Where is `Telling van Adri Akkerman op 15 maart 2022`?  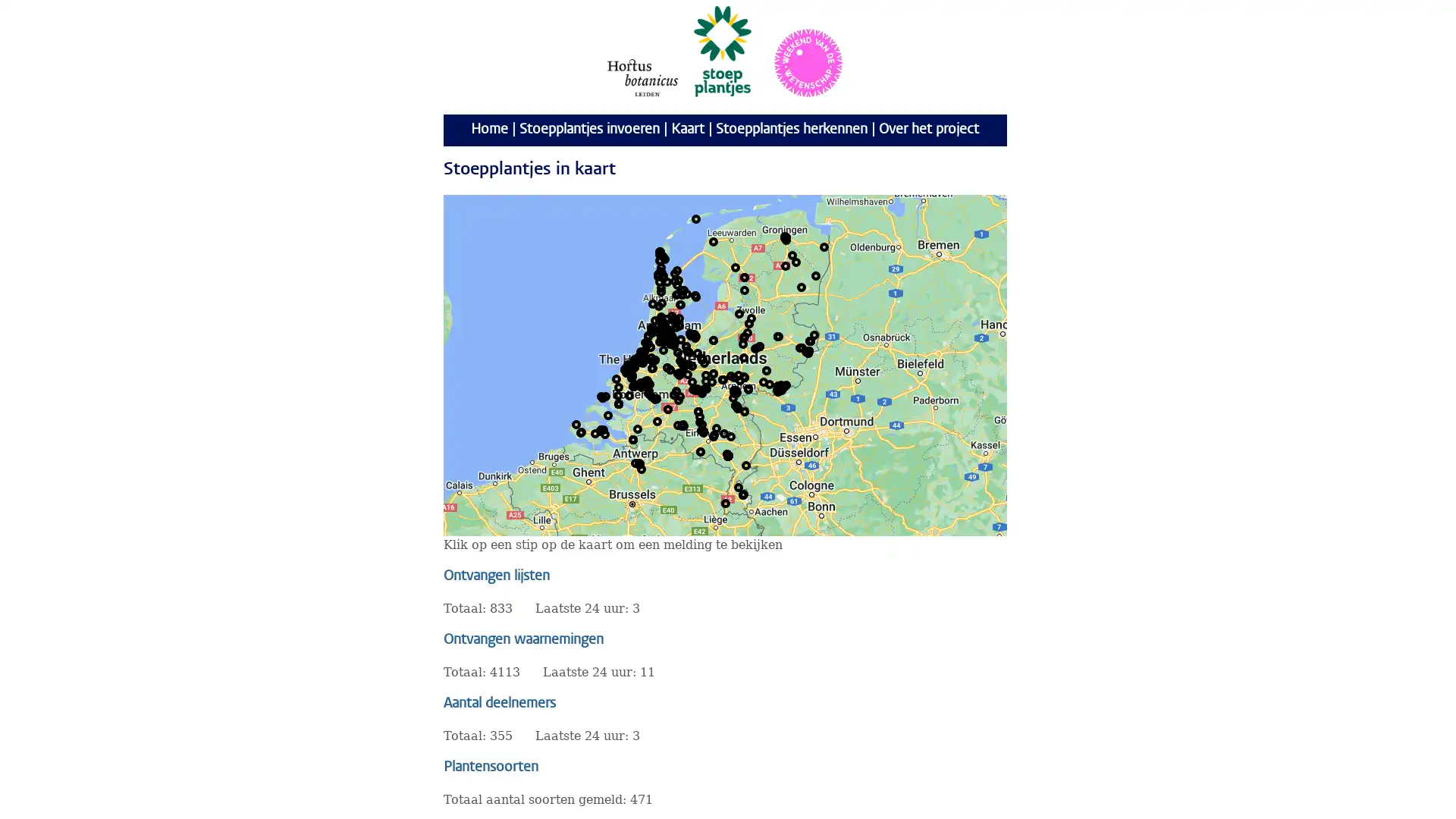 Telling van Adri Akkerman op 15 maart 2022 is located at coordinates (786, 237).